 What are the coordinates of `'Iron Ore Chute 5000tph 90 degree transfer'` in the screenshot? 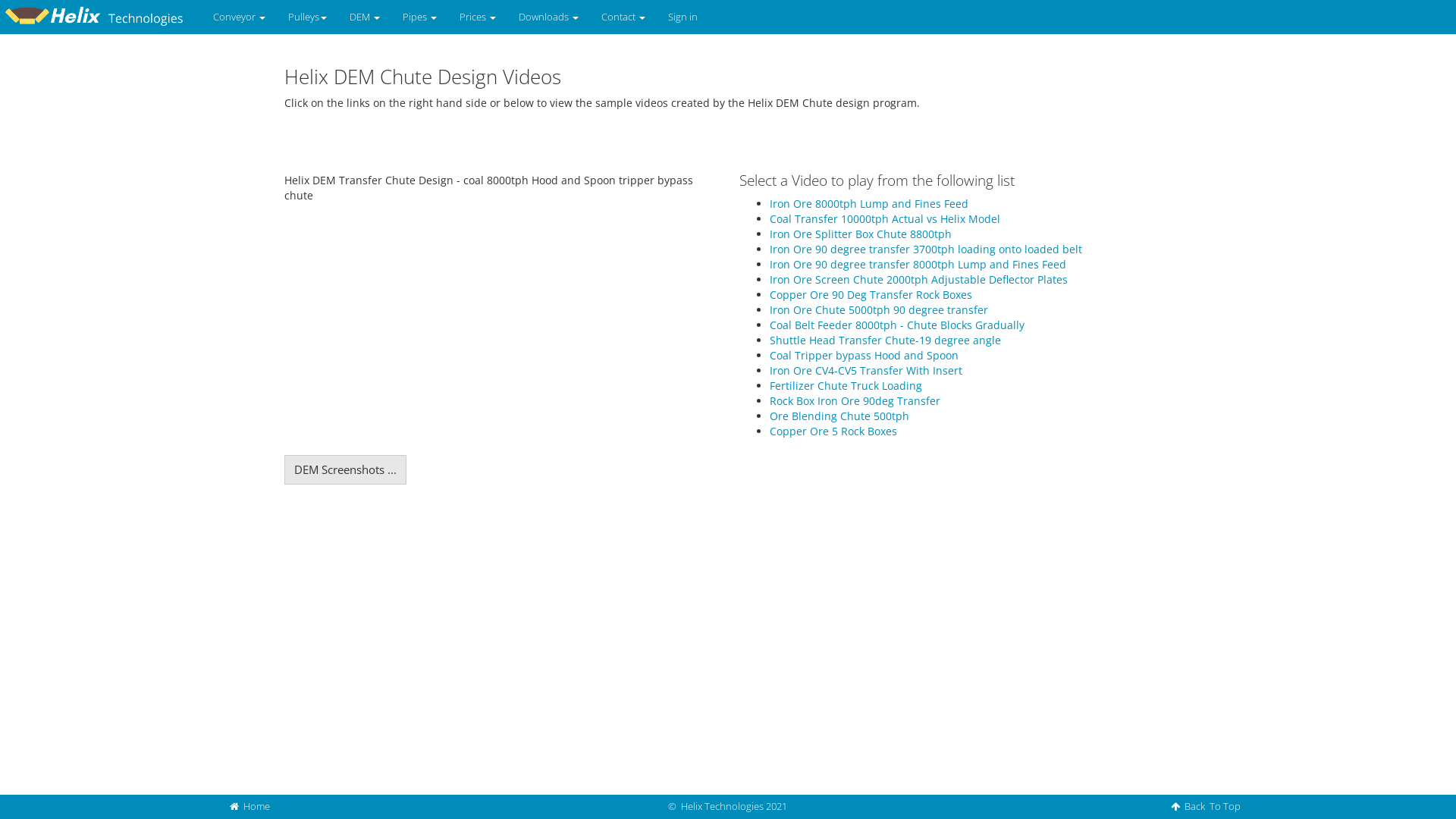 It's located at (878, 309).